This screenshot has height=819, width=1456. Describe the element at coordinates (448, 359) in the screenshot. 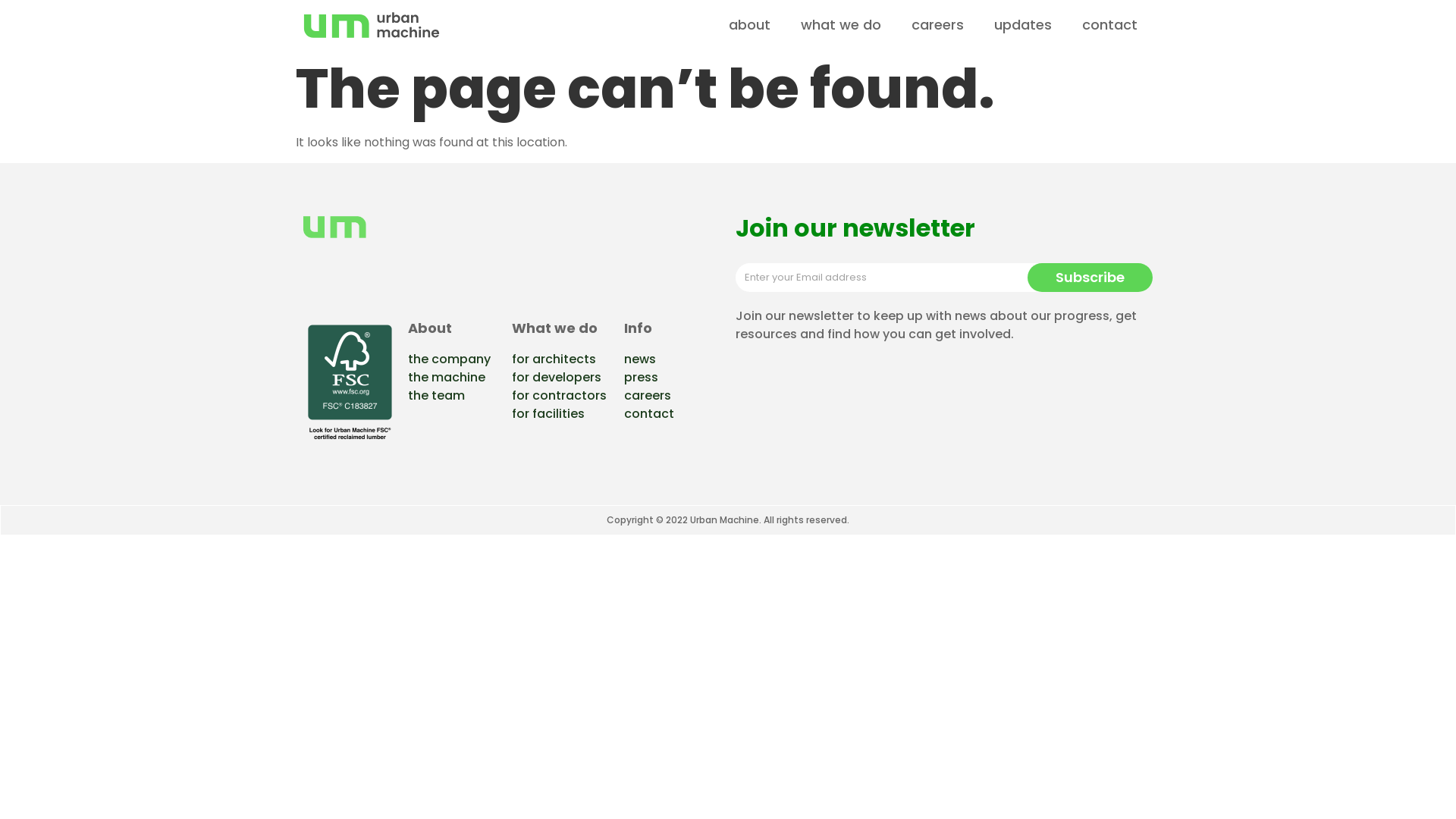

I see `'the company'` at that location.